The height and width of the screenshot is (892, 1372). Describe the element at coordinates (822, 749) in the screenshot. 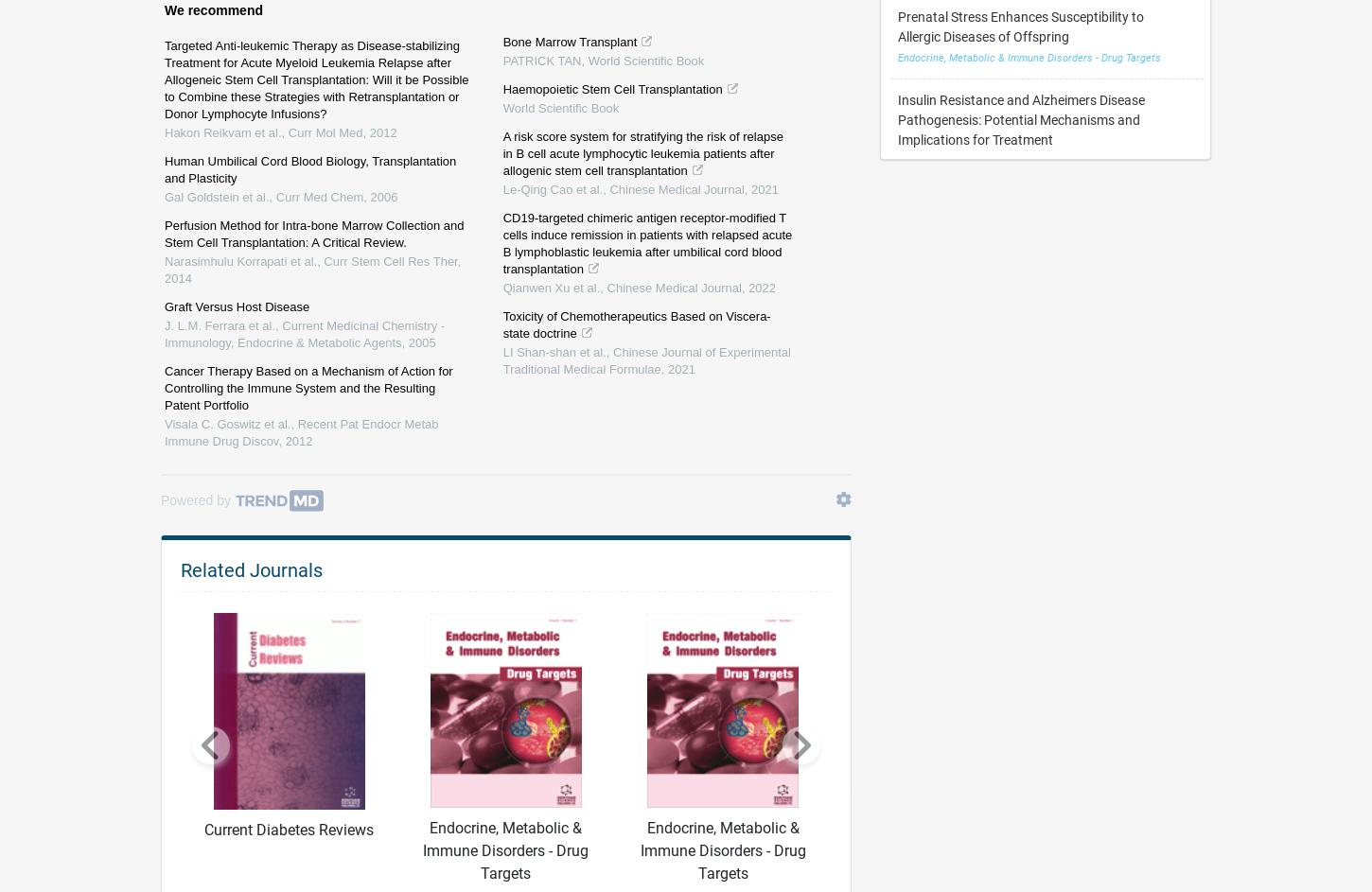

I see `'Submit Articles'` at that location.